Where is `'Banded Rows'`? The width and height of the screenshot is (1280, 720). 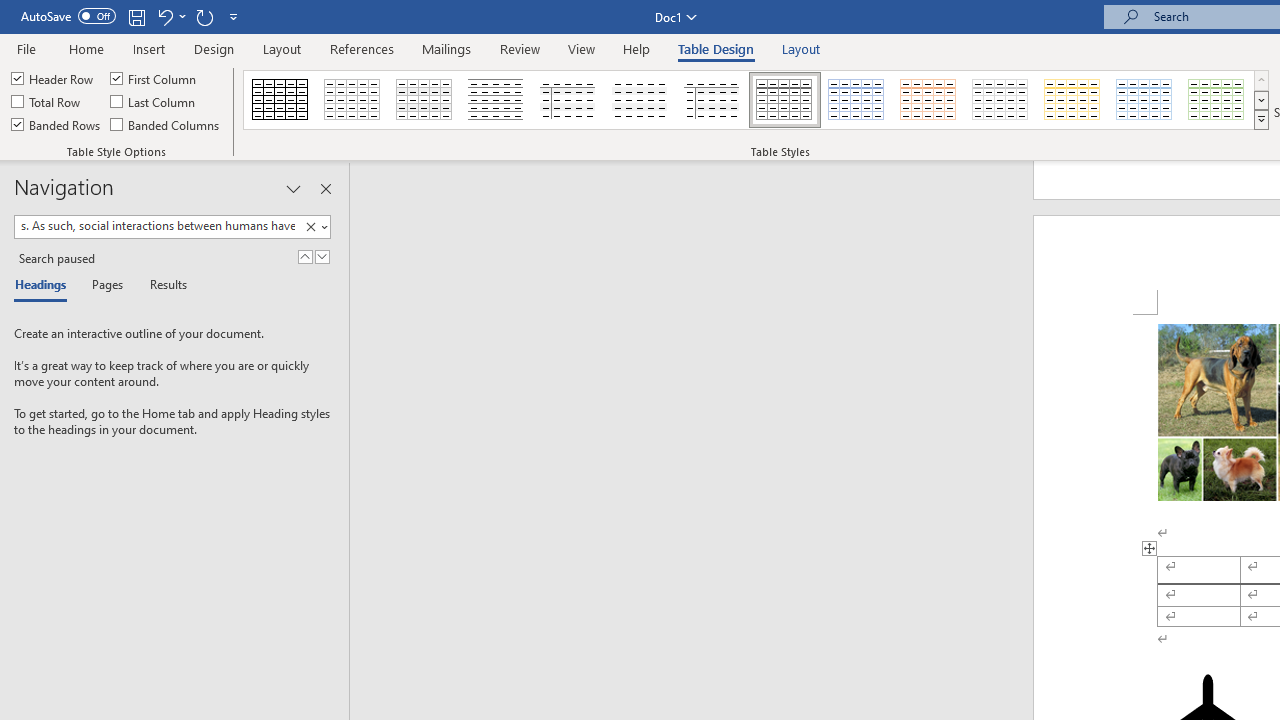
'Banded Rows' is located at coordinates (57, 124).